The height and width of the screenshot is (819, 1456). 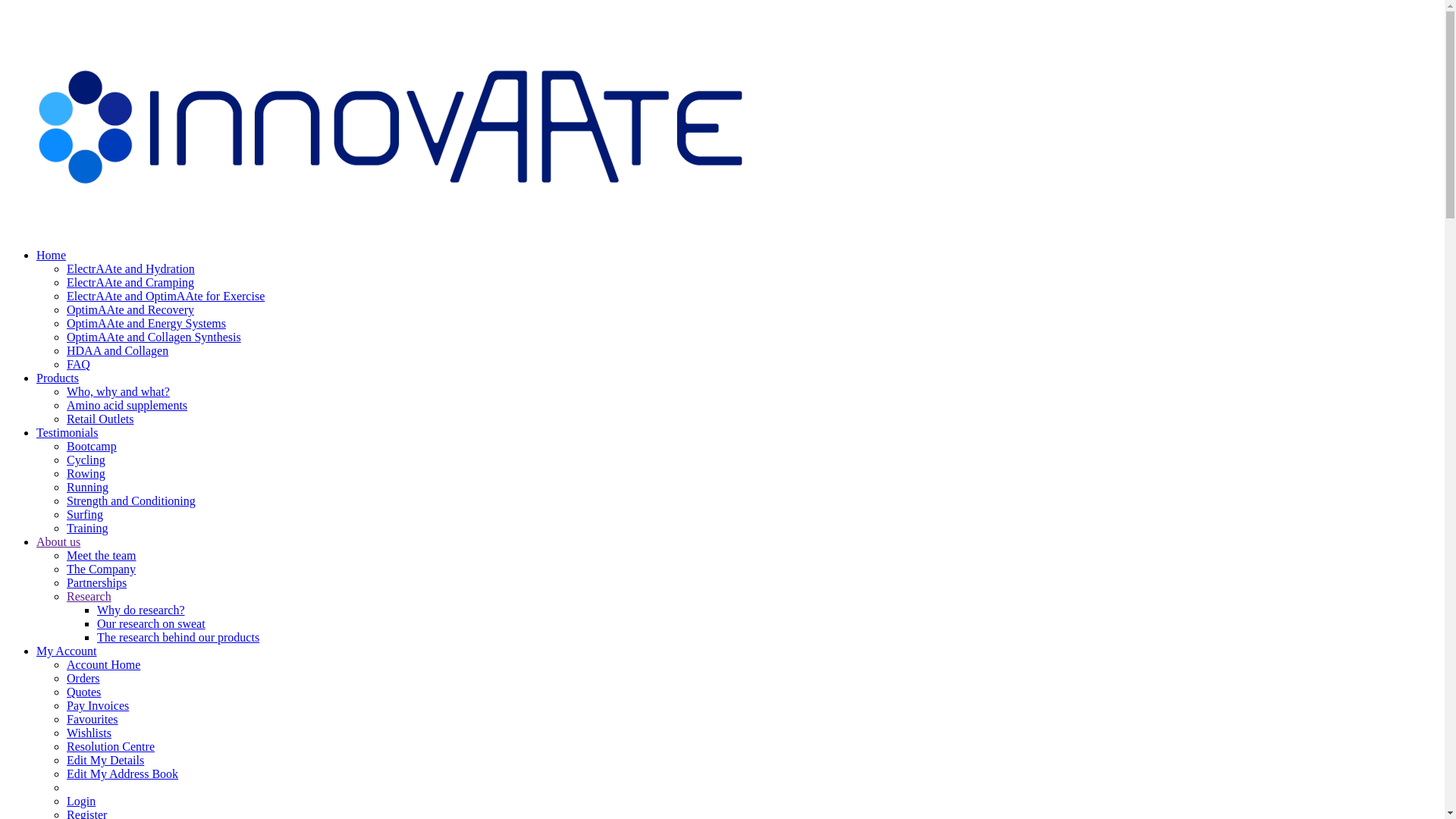 I want to click on 'Surfing', so click(x=65, y=513).